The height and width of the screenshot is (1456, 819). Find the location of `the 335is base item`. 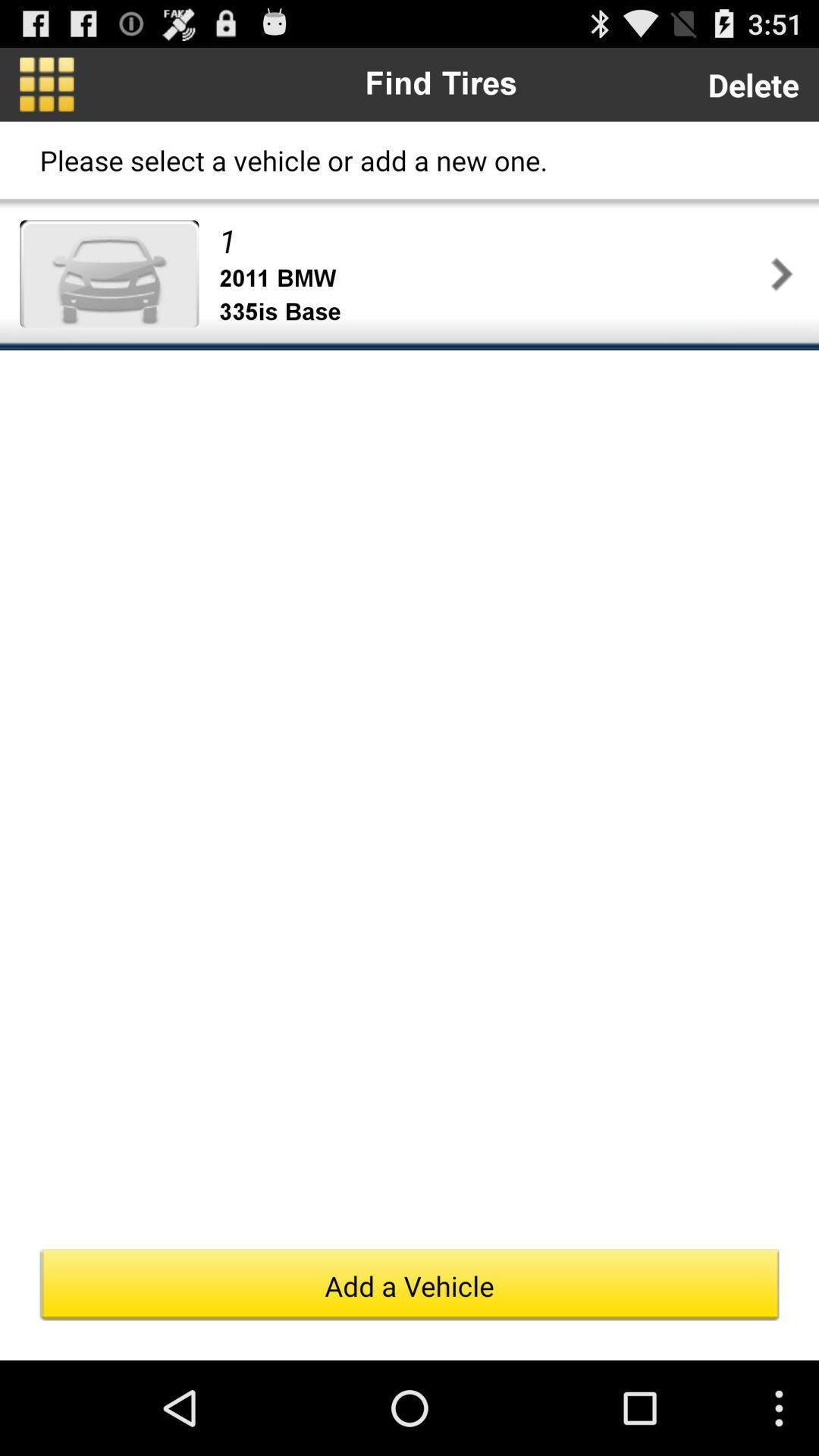

the 335is base item is located at coordinates (491, 312).